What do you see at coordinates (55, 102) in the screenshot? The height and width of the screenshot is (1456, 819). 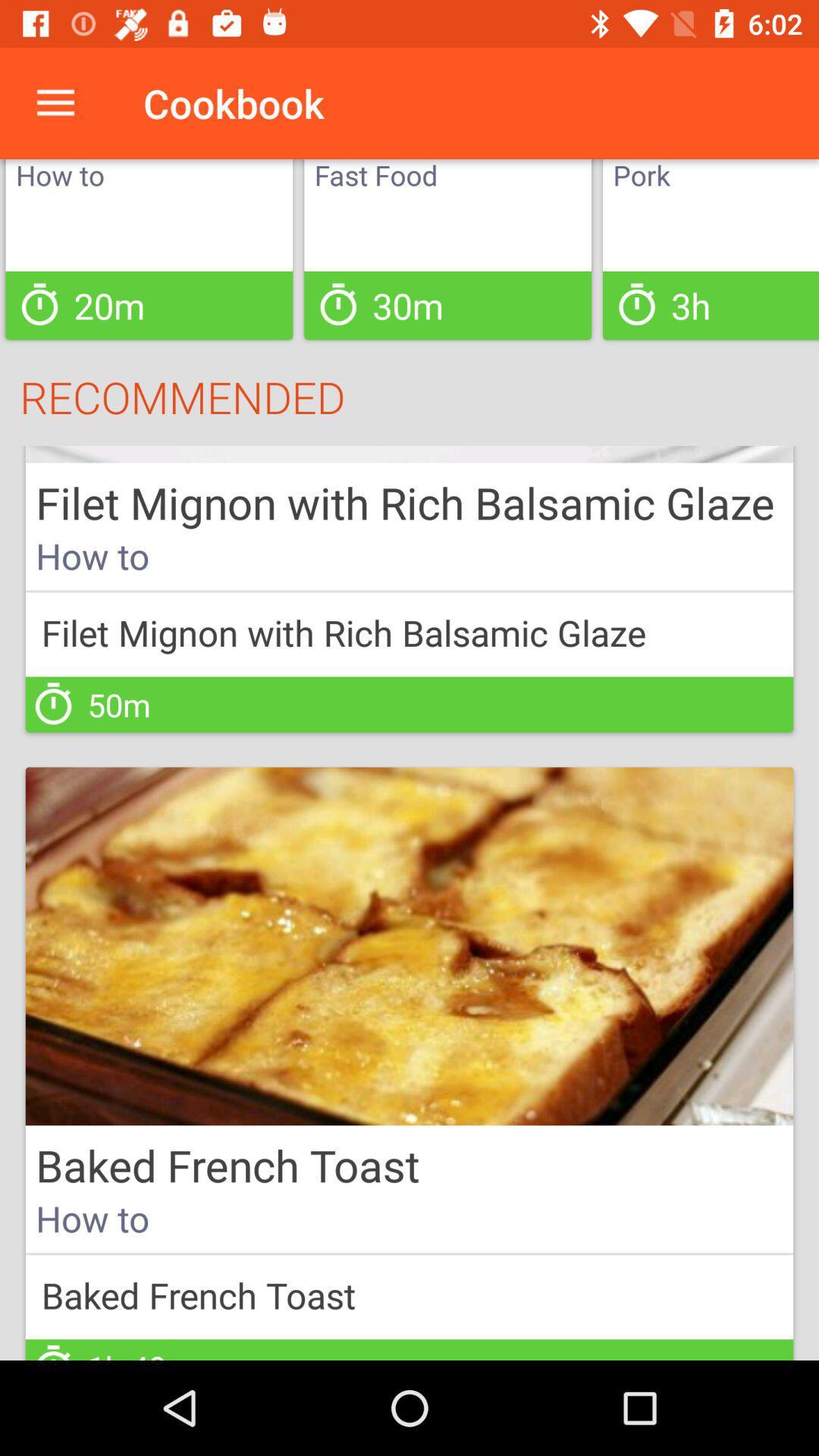 I see `icon to the left of cookbook item` at bounding box center [55, 102].